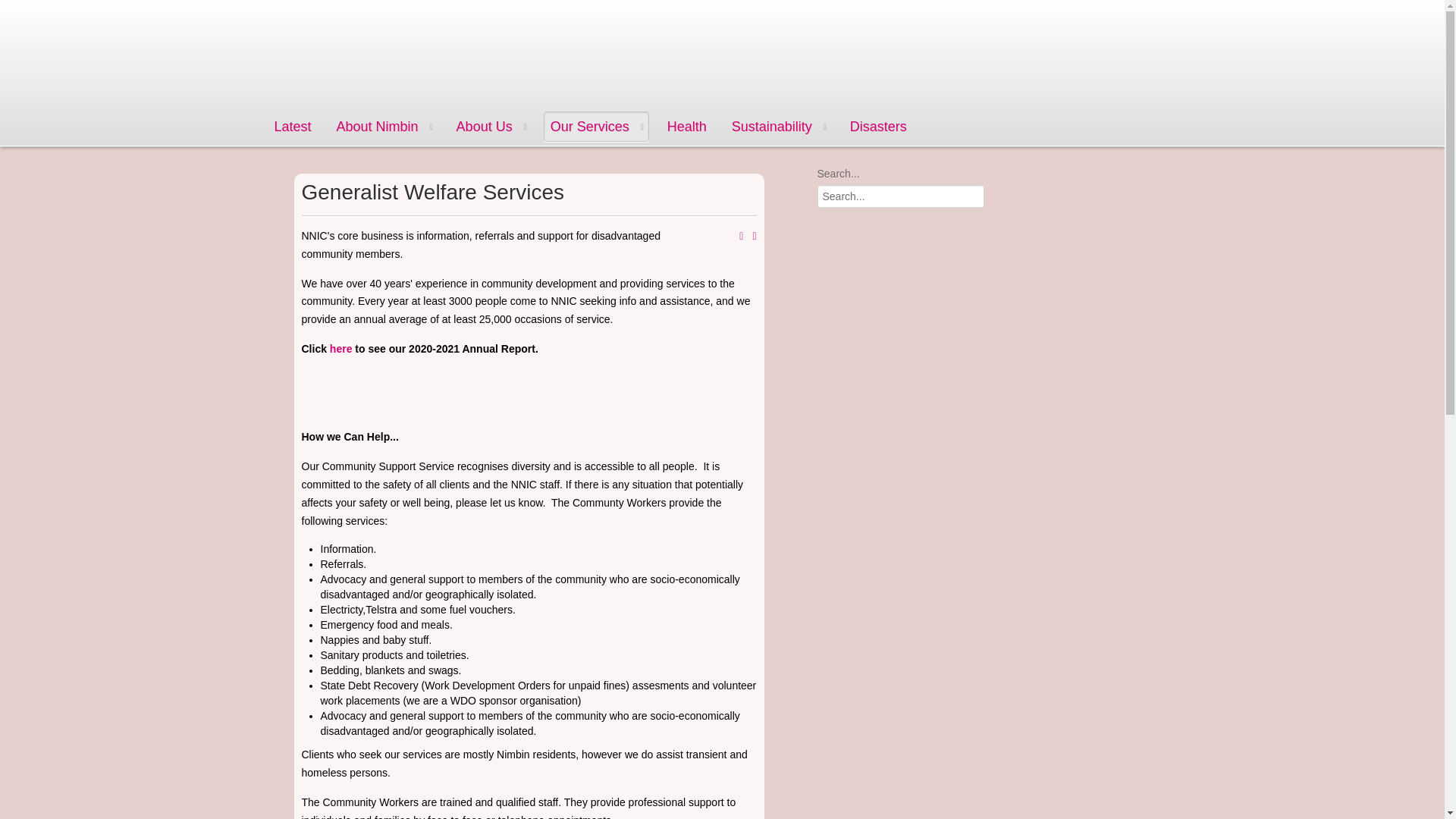  Describe the element at coordinates (686, 125) in the screenshot. I see `'Health'` at that location.